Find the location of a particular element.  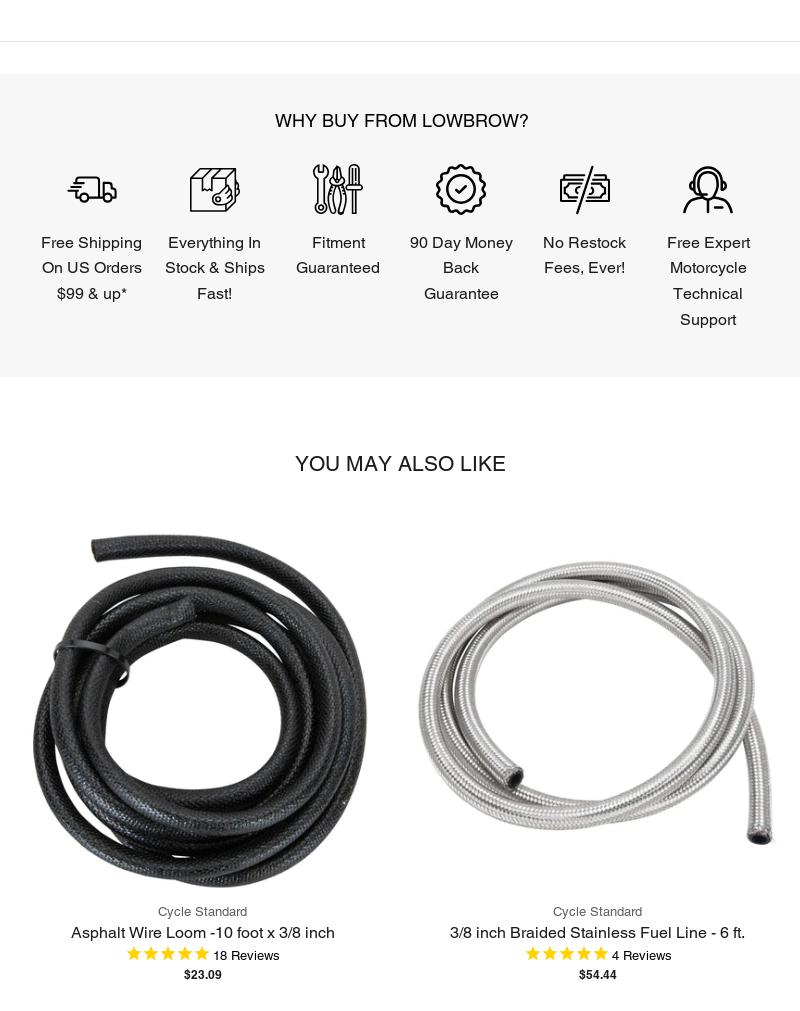

'BRANDS' is located at coordinates (125, 365).